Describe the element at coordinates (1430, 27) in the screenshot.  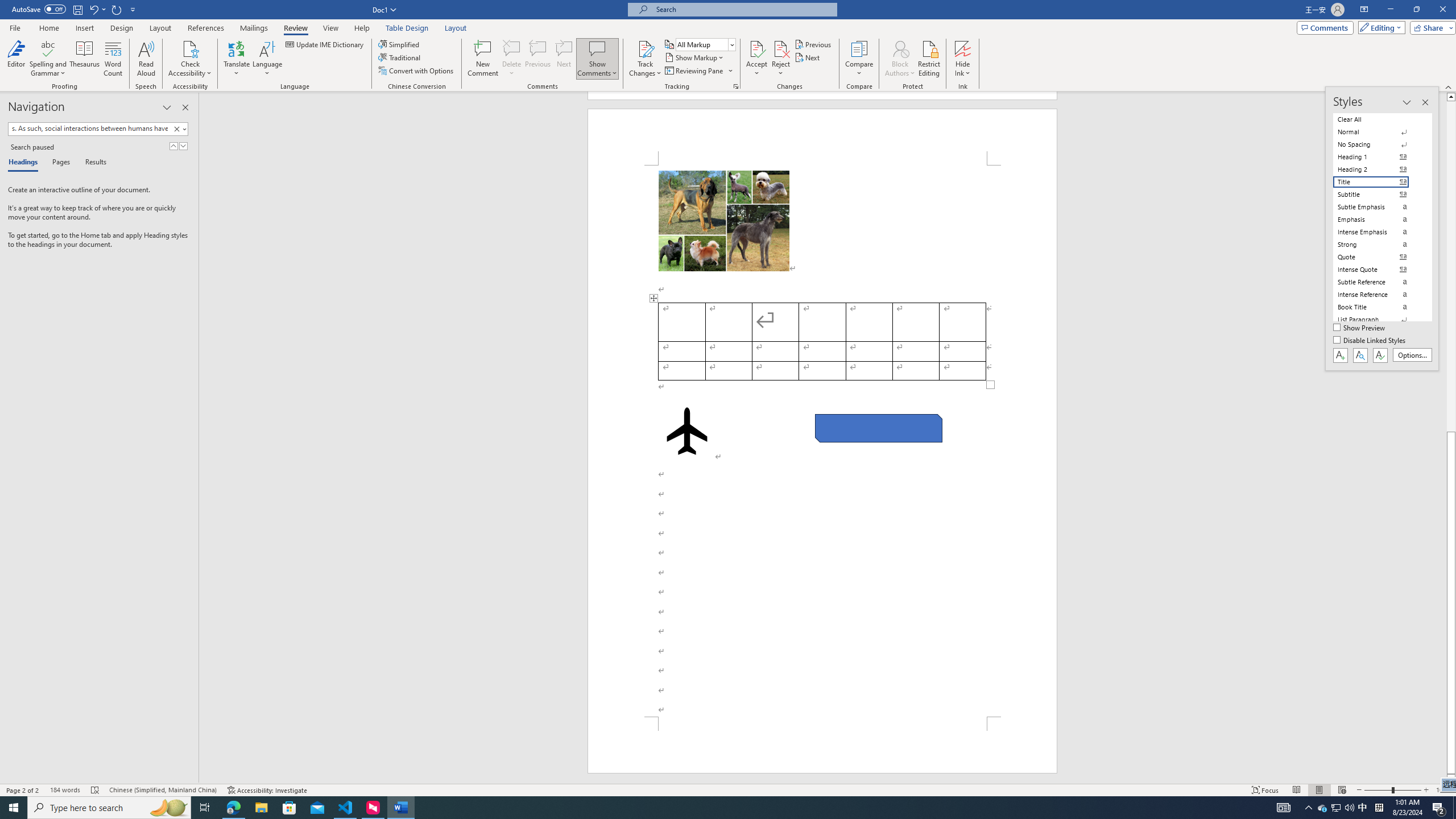
I see `'Share'` at that location.